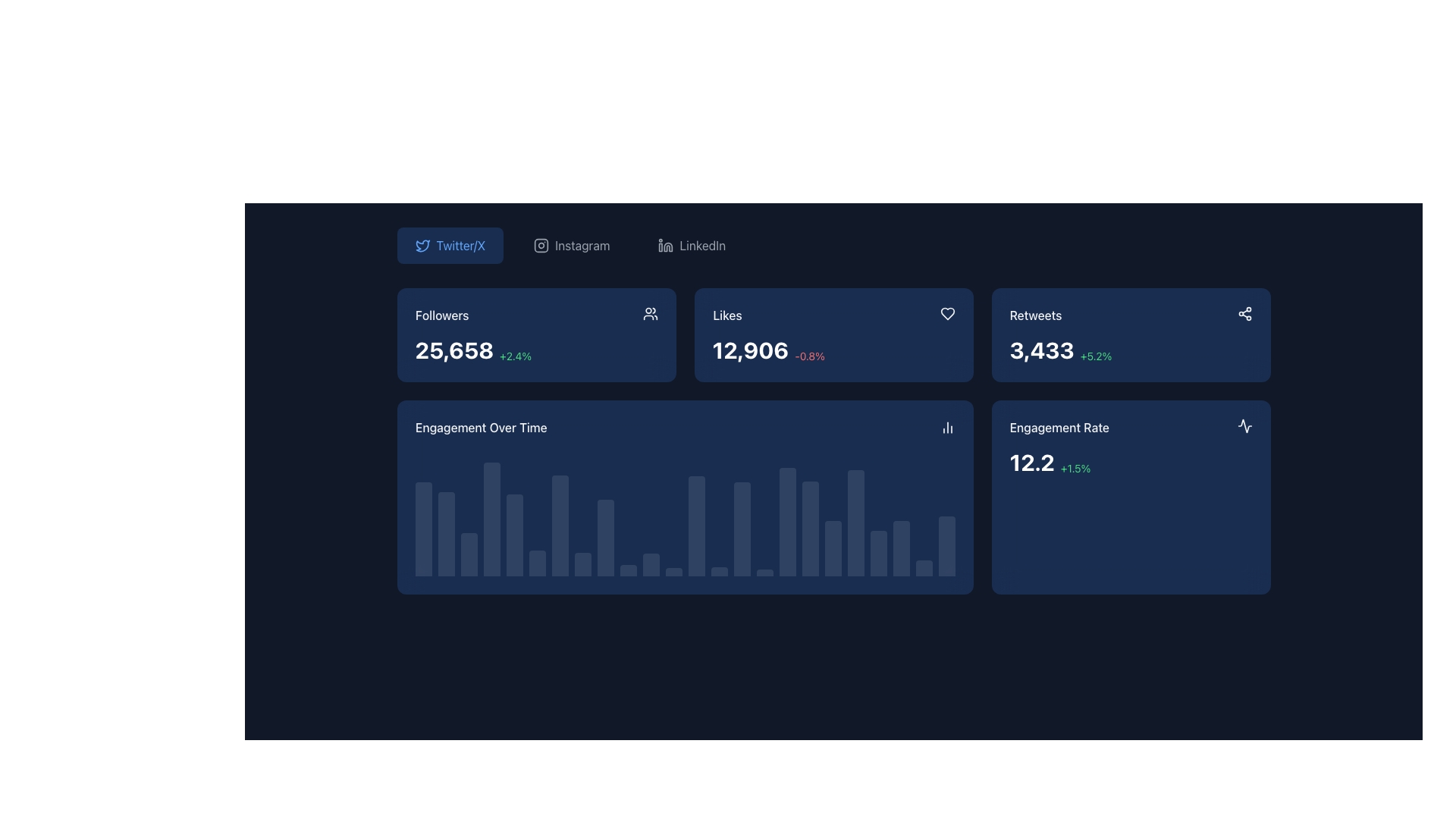  What do you see at coordinates (582, 564) in the screenshot?
I see `the eighth bar of the vertical bar chart in the 'Engagement Over Time' section, which is styled with a white semi-transparent overlay on a dark background` at bounding box center [582, 564].